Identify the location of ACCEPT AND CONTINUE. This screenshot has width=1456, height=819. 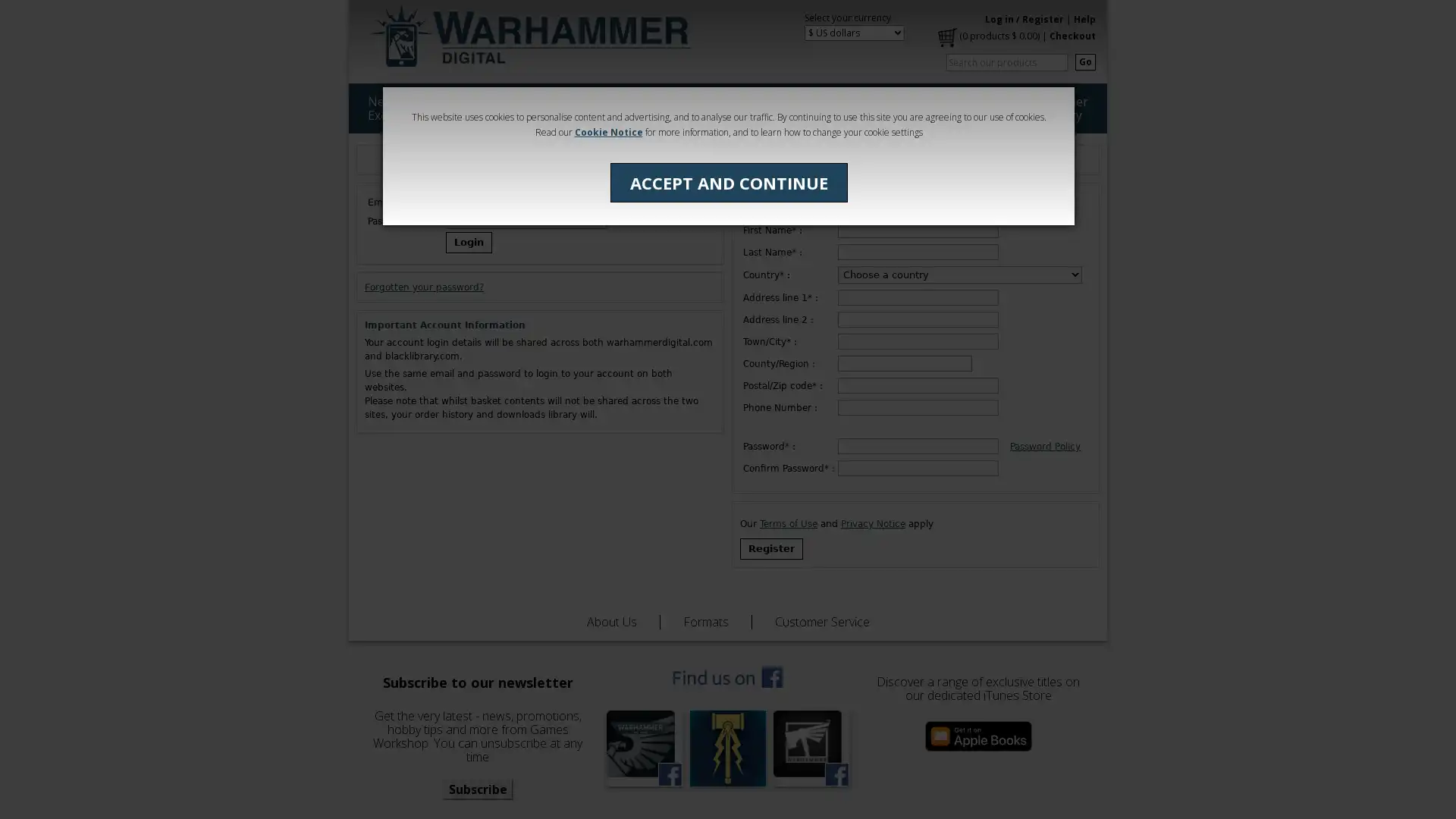
(728, 181).